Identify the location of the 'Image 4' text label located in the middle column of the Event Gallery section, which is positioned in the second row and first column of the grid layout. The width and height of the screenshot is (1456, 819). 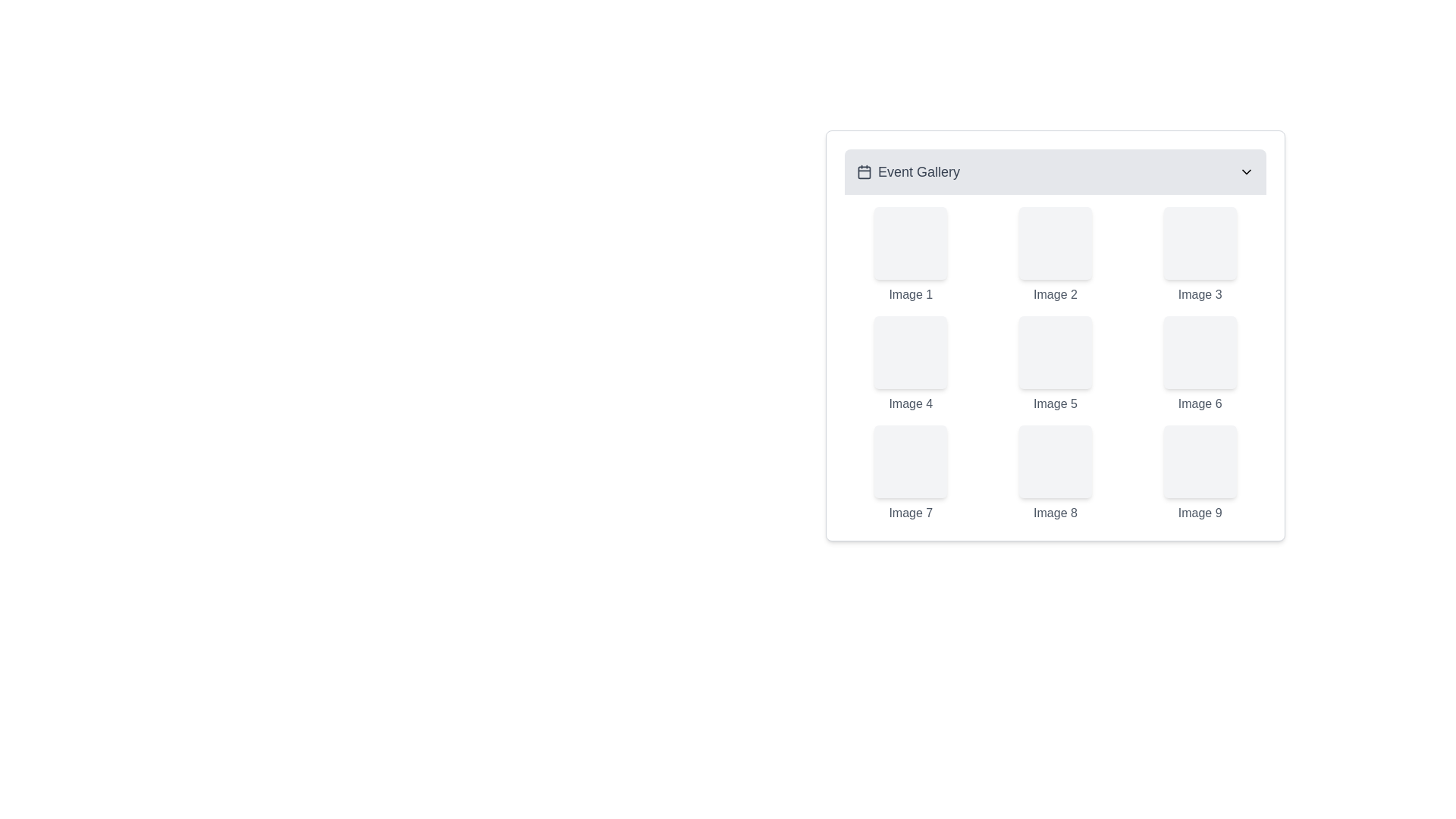
(910, 403).